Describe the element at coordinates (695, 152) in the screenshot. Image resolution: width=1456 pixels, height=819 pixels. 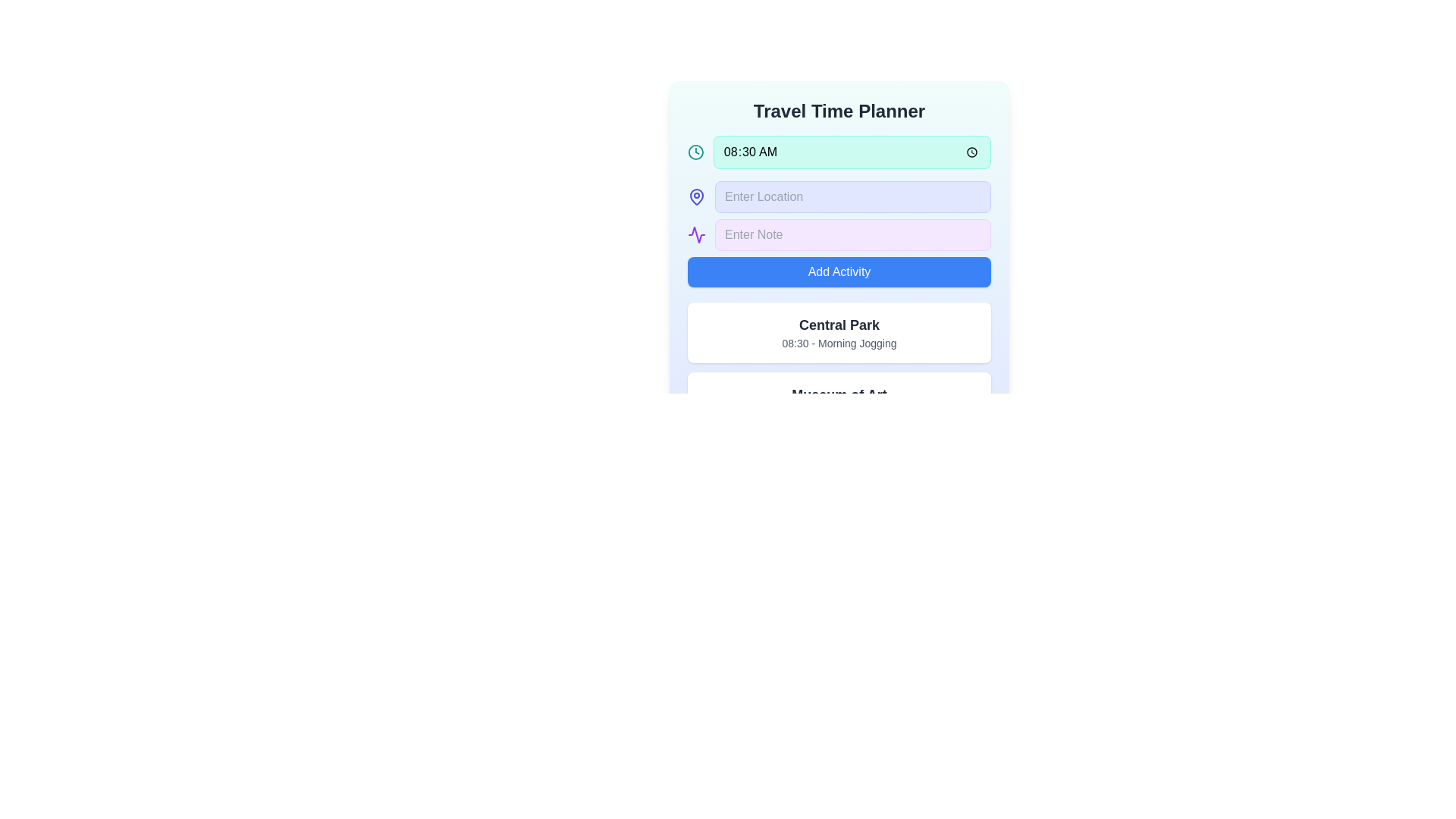
I see `the circular clock icon with a teal outline located to the far left of the input field displaying '08:30 AM'` at that location.